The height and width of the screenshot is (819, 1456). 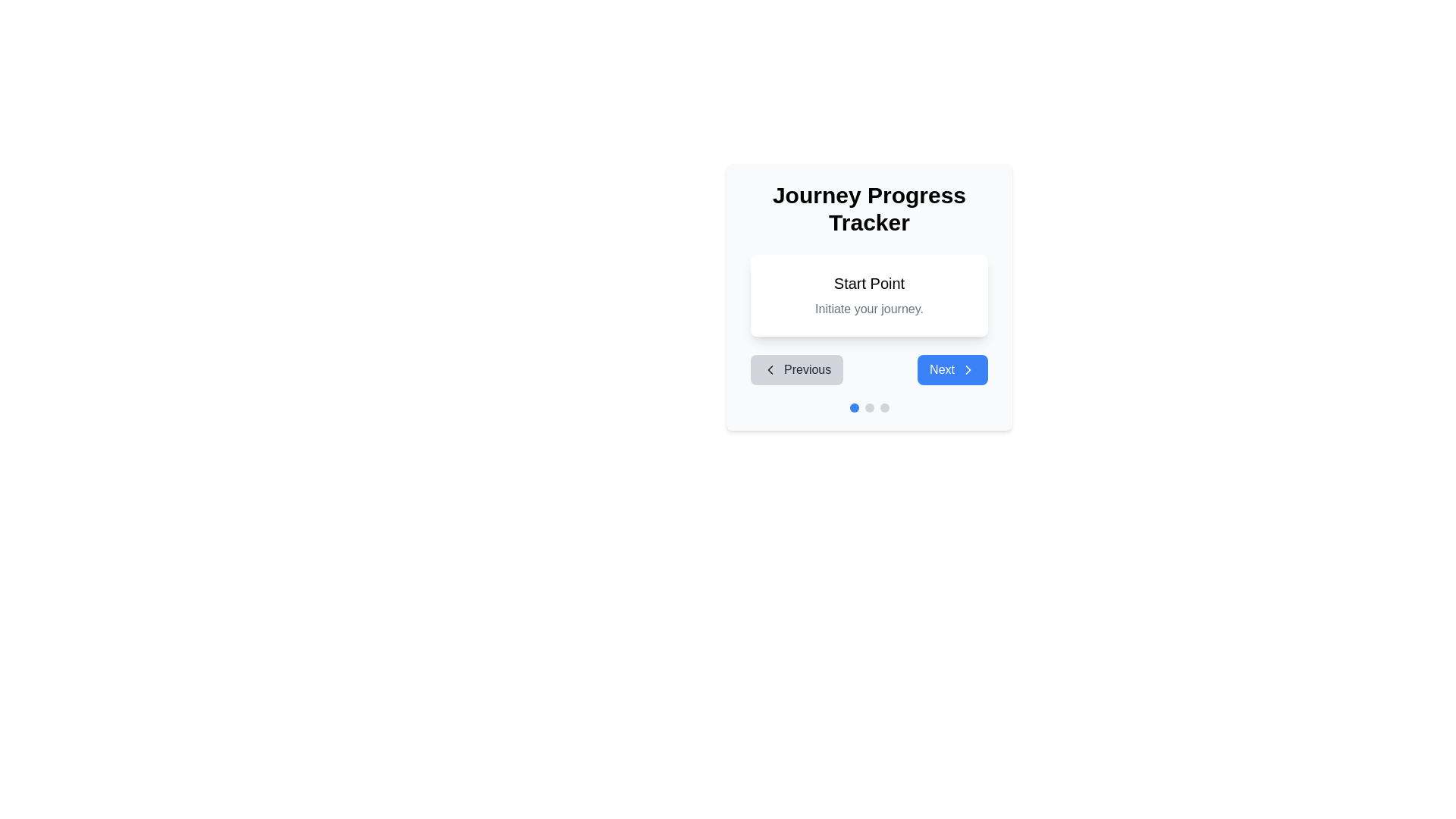 I want to click on the third circular progress indicator in the group of three, which visually indicates the current step in the sequence, so click(x=884, y=406).